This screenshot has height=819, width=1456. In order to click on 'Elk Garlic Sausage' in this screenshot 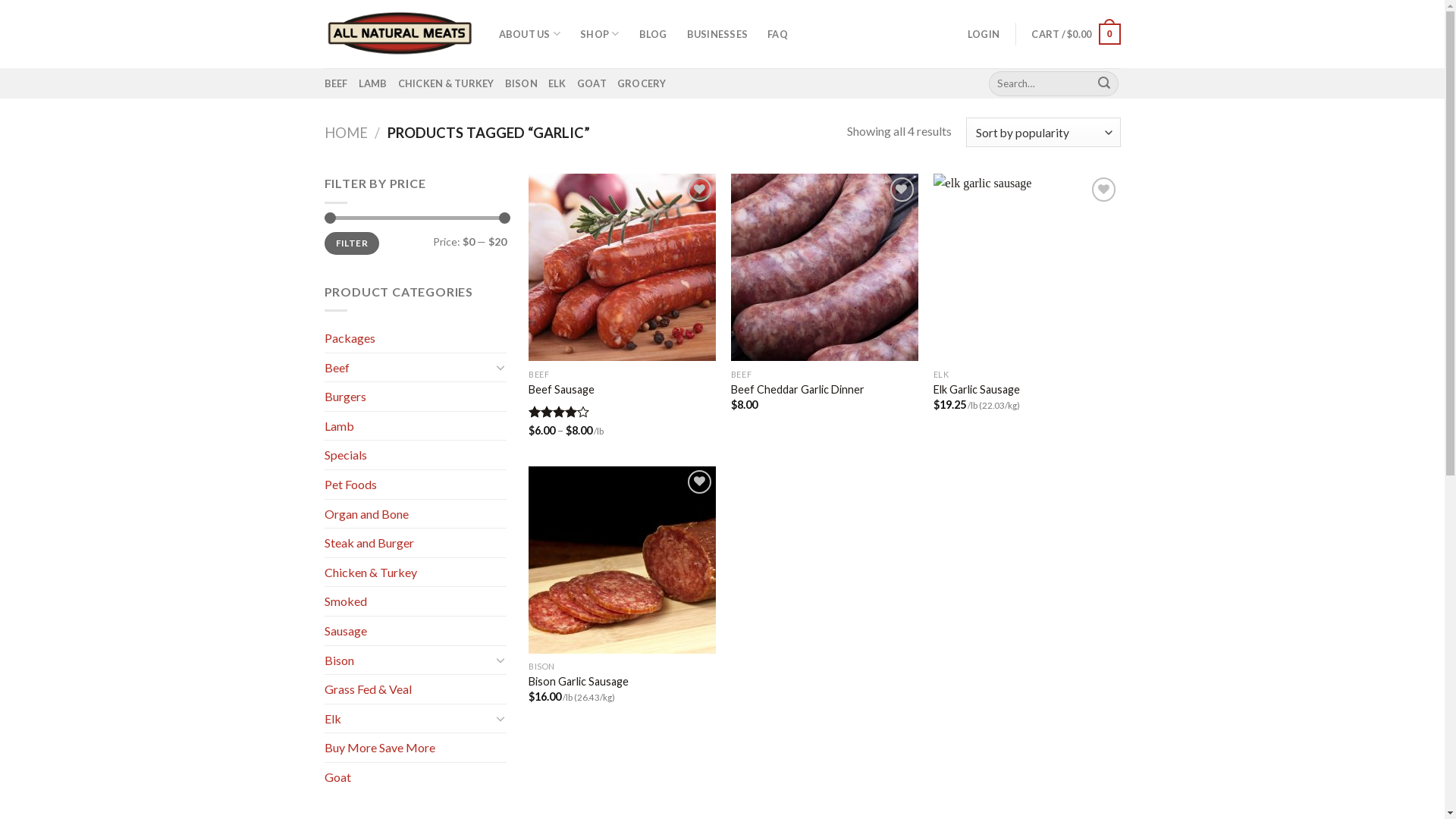, I will do `click(976, 389)`.